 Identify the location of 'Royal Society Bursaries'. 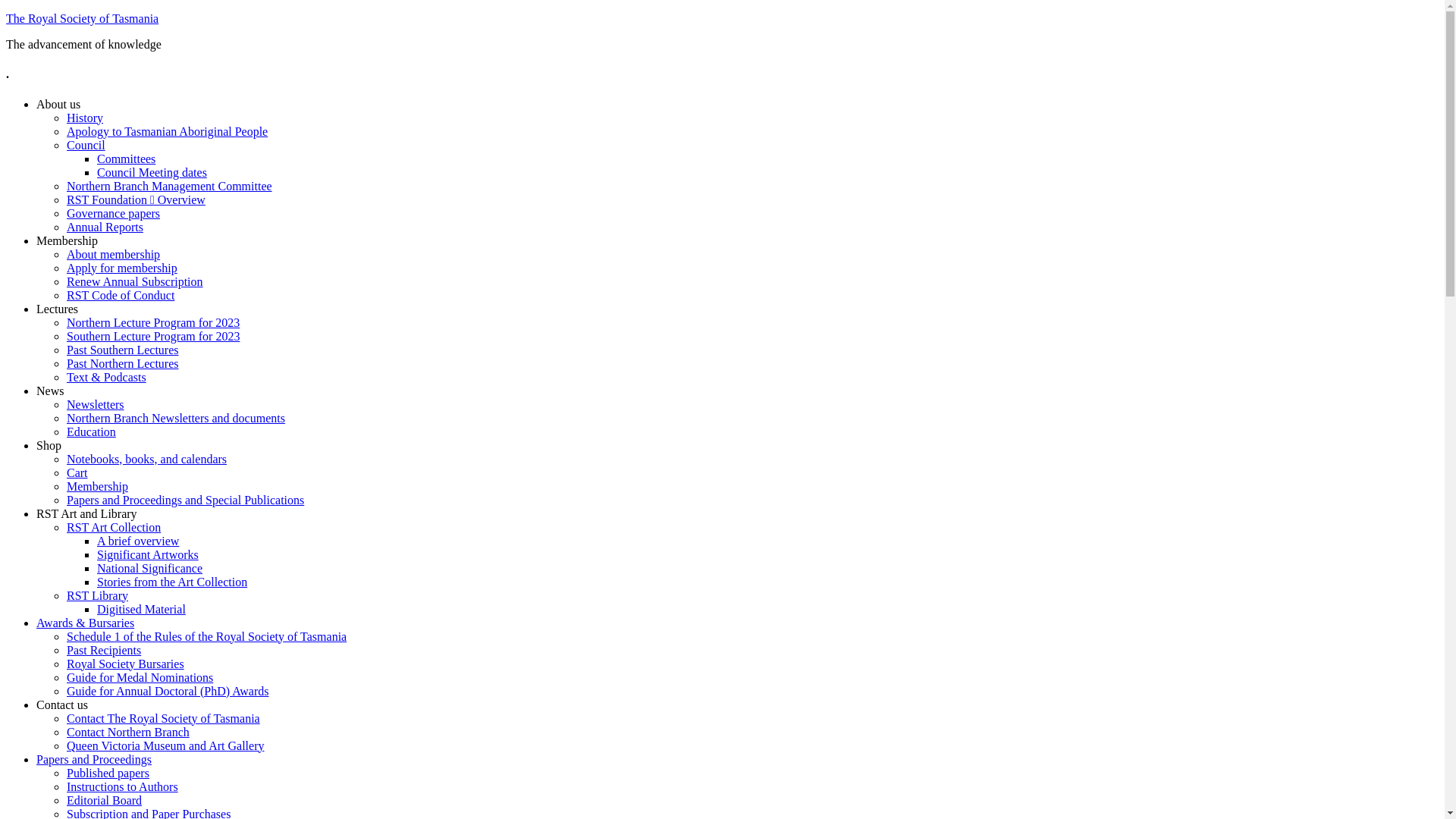
(125, 663).